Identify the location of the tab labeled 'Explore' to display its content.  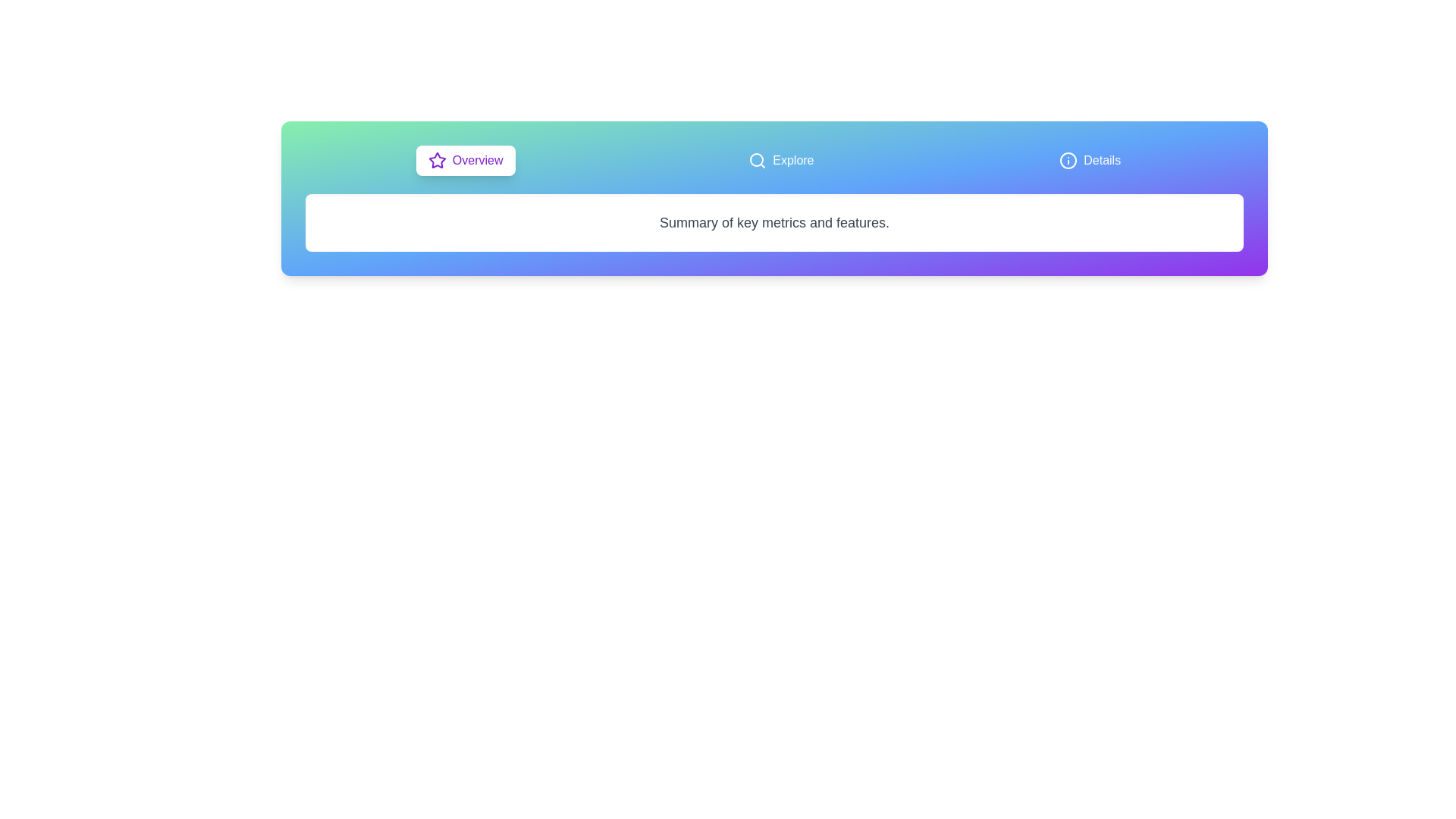
(781, 161).